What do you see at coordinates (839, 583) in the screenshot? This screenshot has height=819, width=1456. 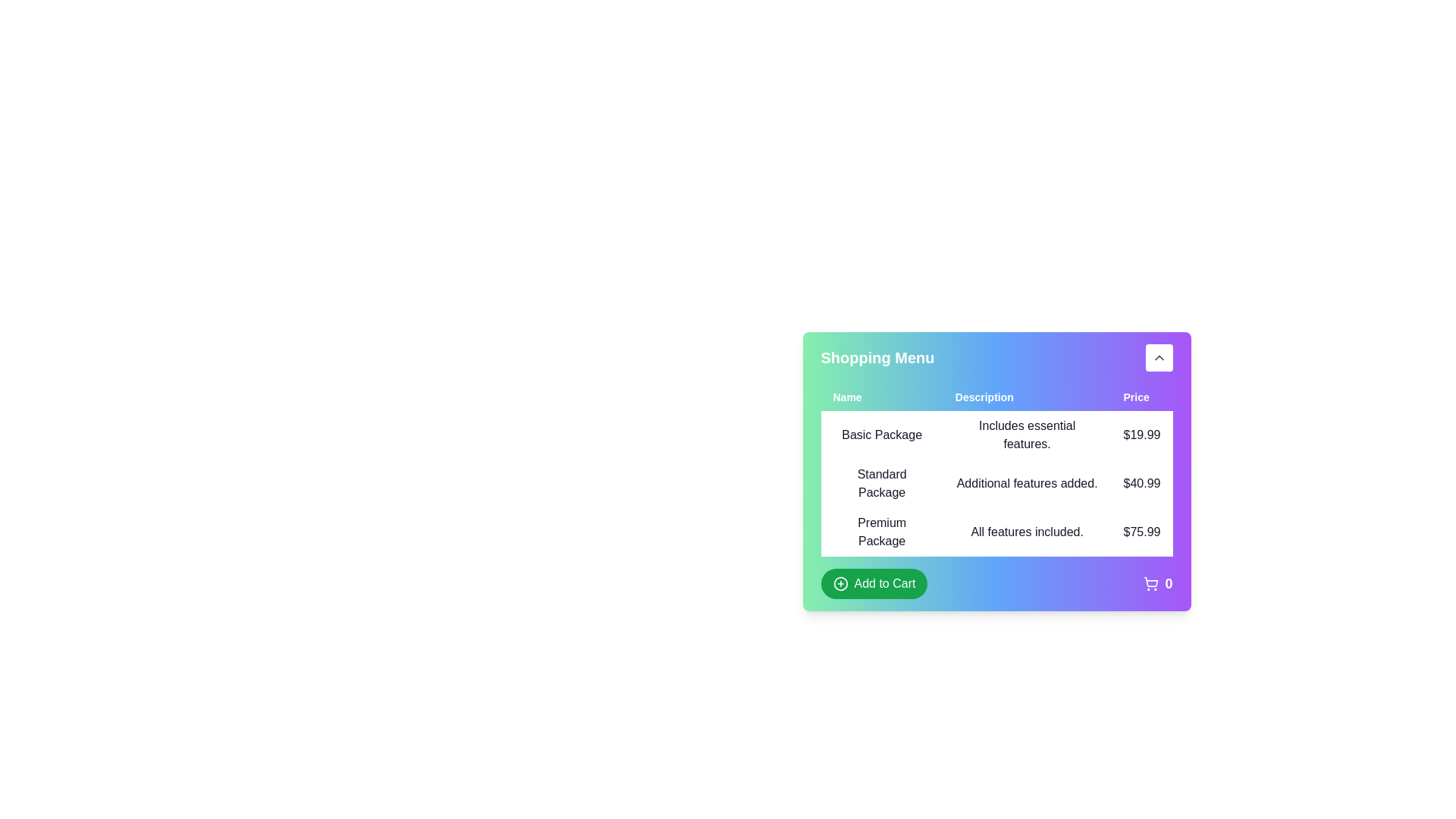 I see `the plus icon embedded within the green 'Add to Cart' button located at the bottom-left corner of the shopping menu interface` at bounding box center [839, 583].